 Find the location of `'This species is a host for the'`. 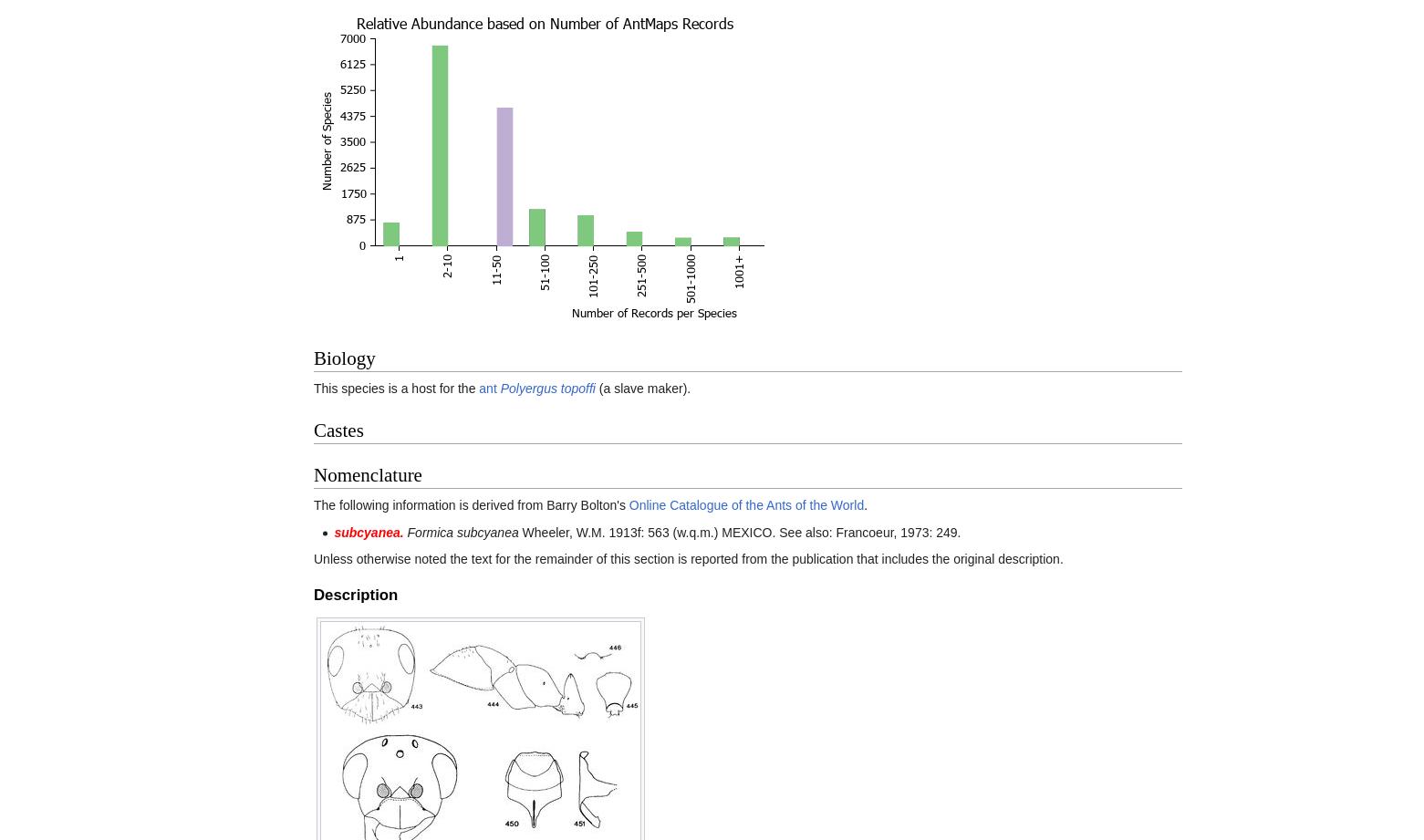

'This species is a host for the' is located at coordinates (395, 388).